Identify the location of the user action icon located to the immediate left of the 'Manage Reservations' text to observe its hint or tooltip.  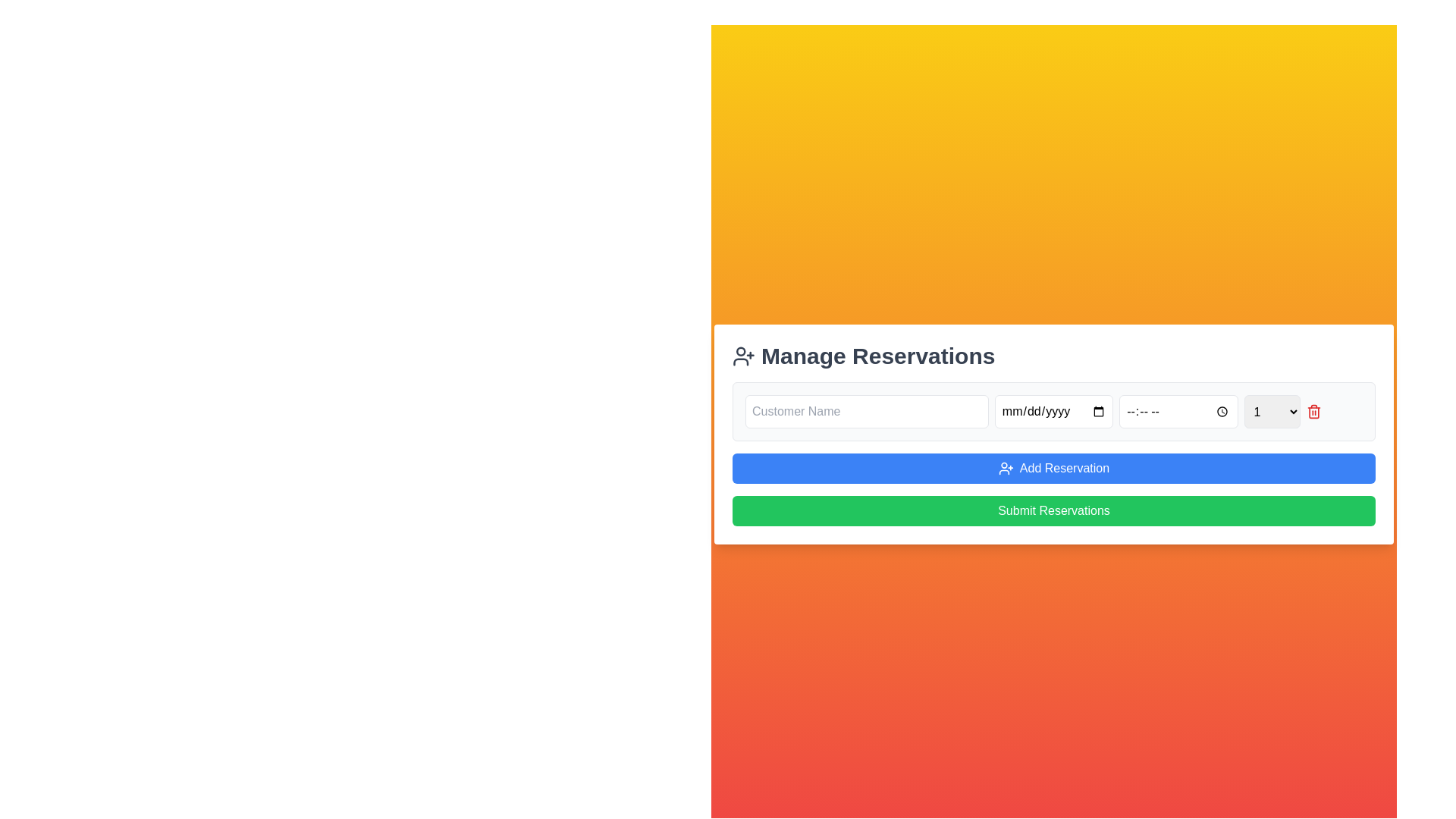
(743, 356).